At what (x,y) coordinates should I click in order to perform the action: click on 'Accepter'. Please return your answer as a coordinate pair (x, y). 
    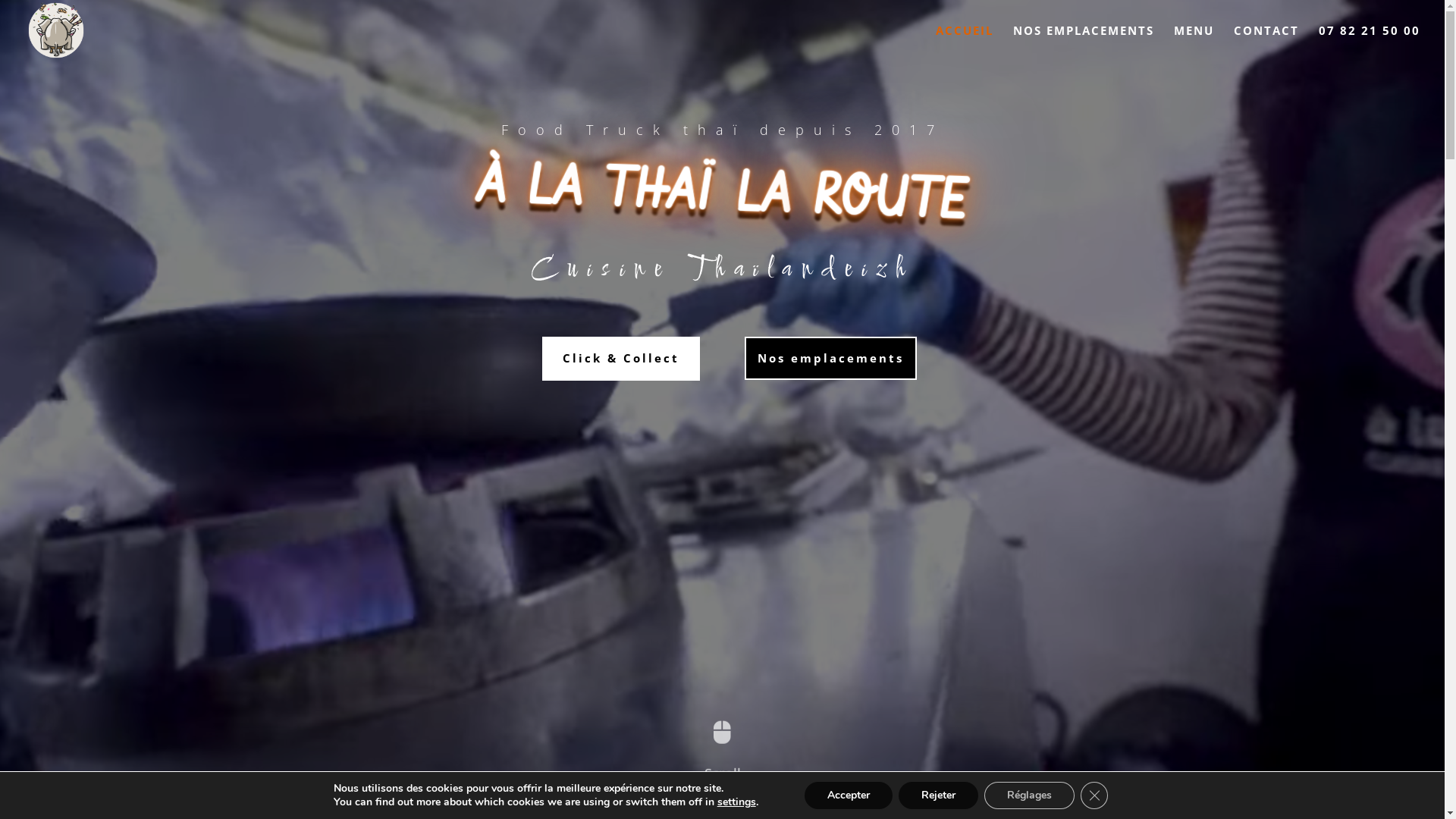
    Looking at the image, I should click on (847, 795).